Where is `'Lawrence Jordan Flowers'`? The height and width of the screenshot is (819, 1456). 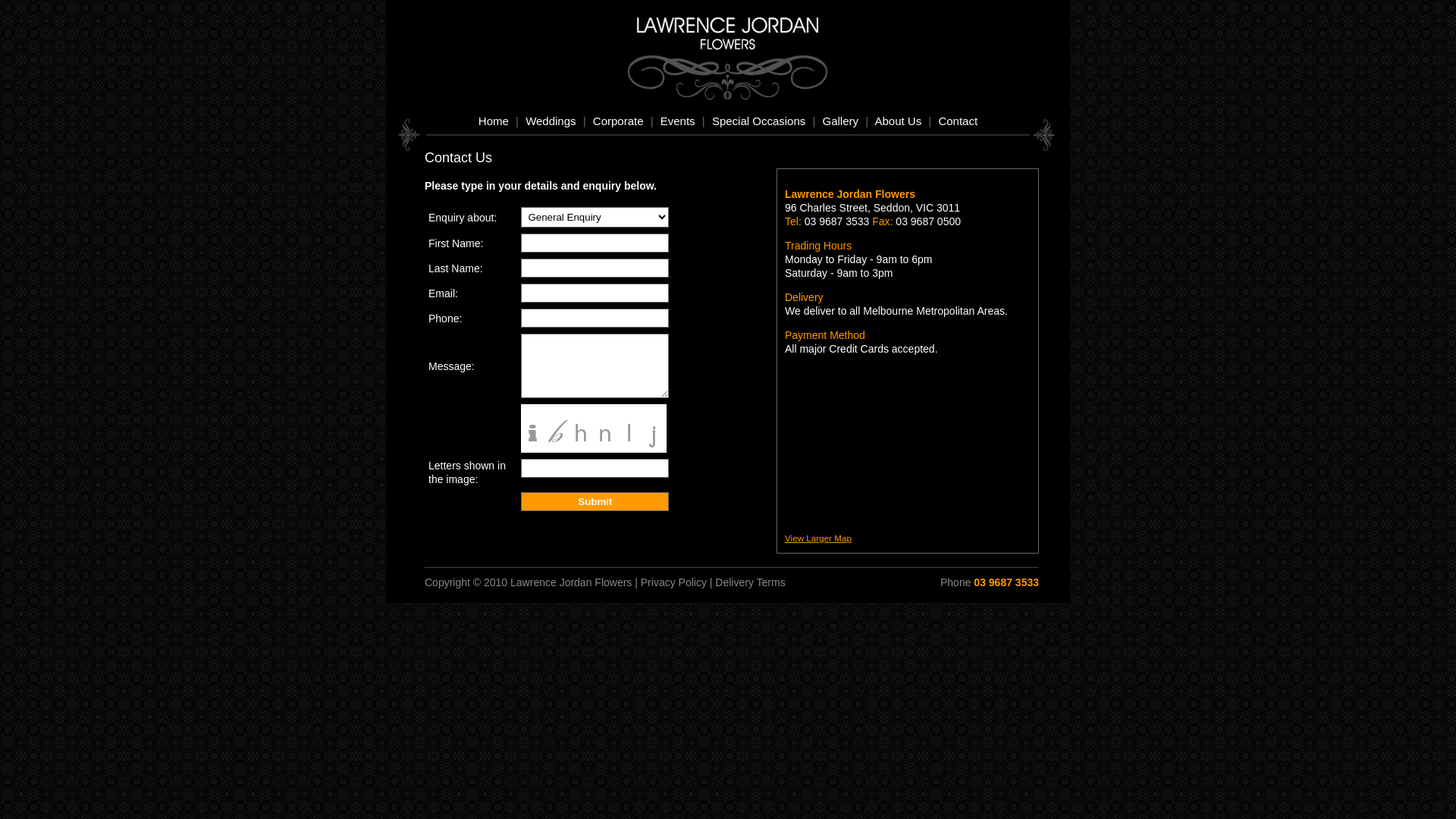 'Lawrence Jordan Flowers' is located at coordinates (735, 45).